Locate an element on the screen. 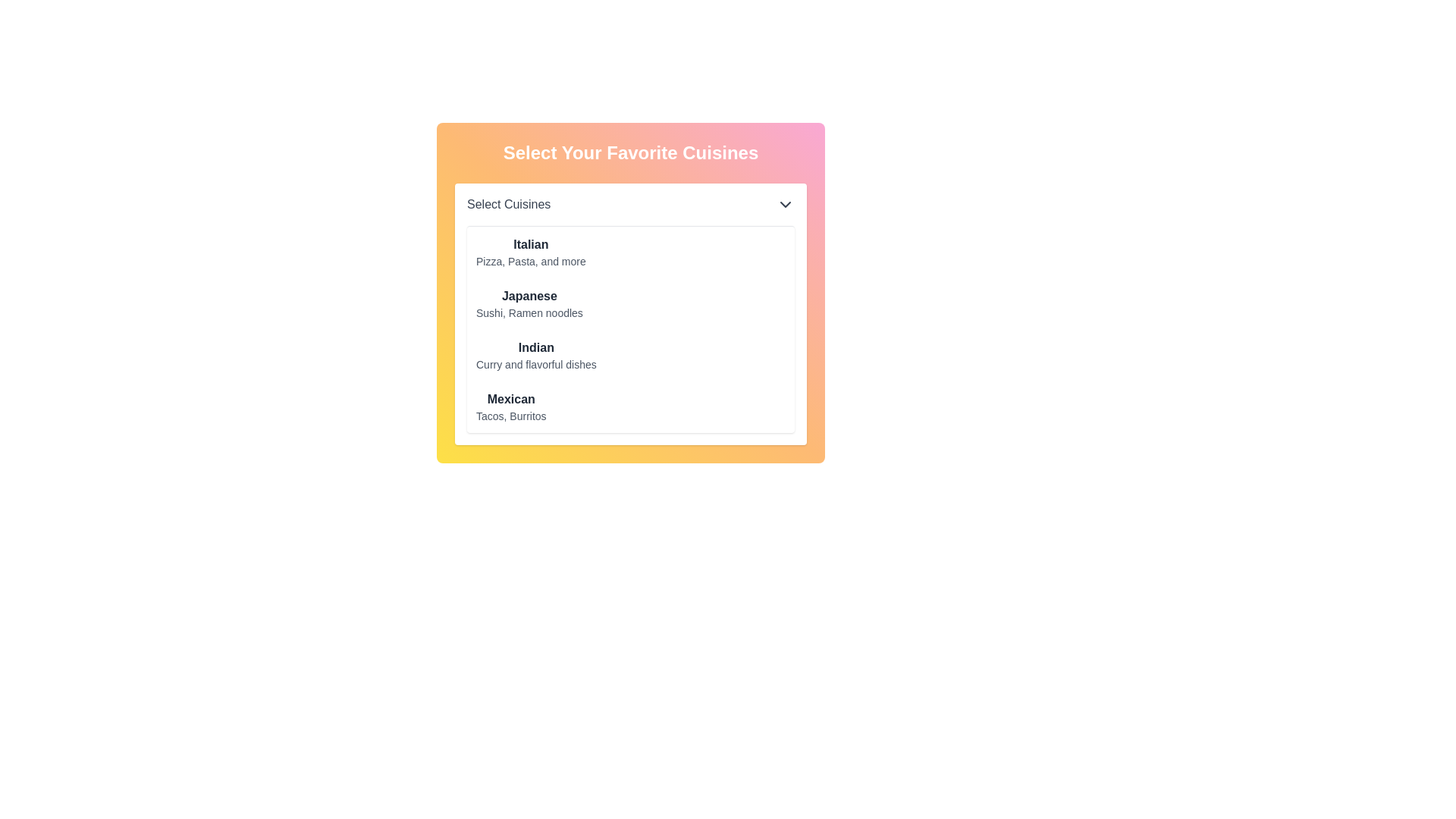 This screenshot has width=1456, height=819. the 'Select Cuisines' label, which is styled in gray and positioned at the top-right corner of the dropdown menu is located at coordinates (509, 205).